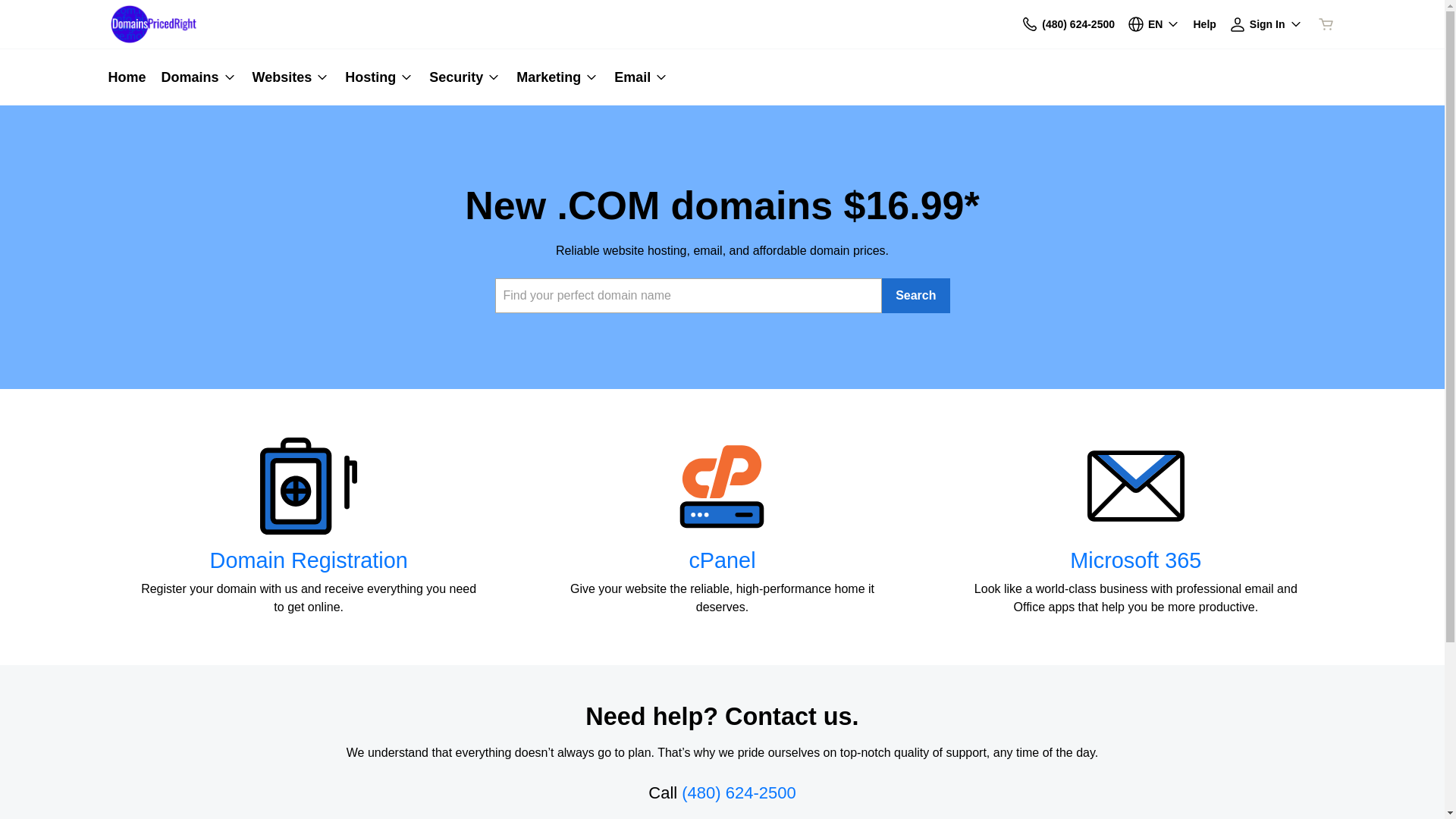 This screenshot has height=819, width=1456. Describe the element at coordinates (1135, 560) in the screenshot. I see `'Microsoft 365'` at that location.